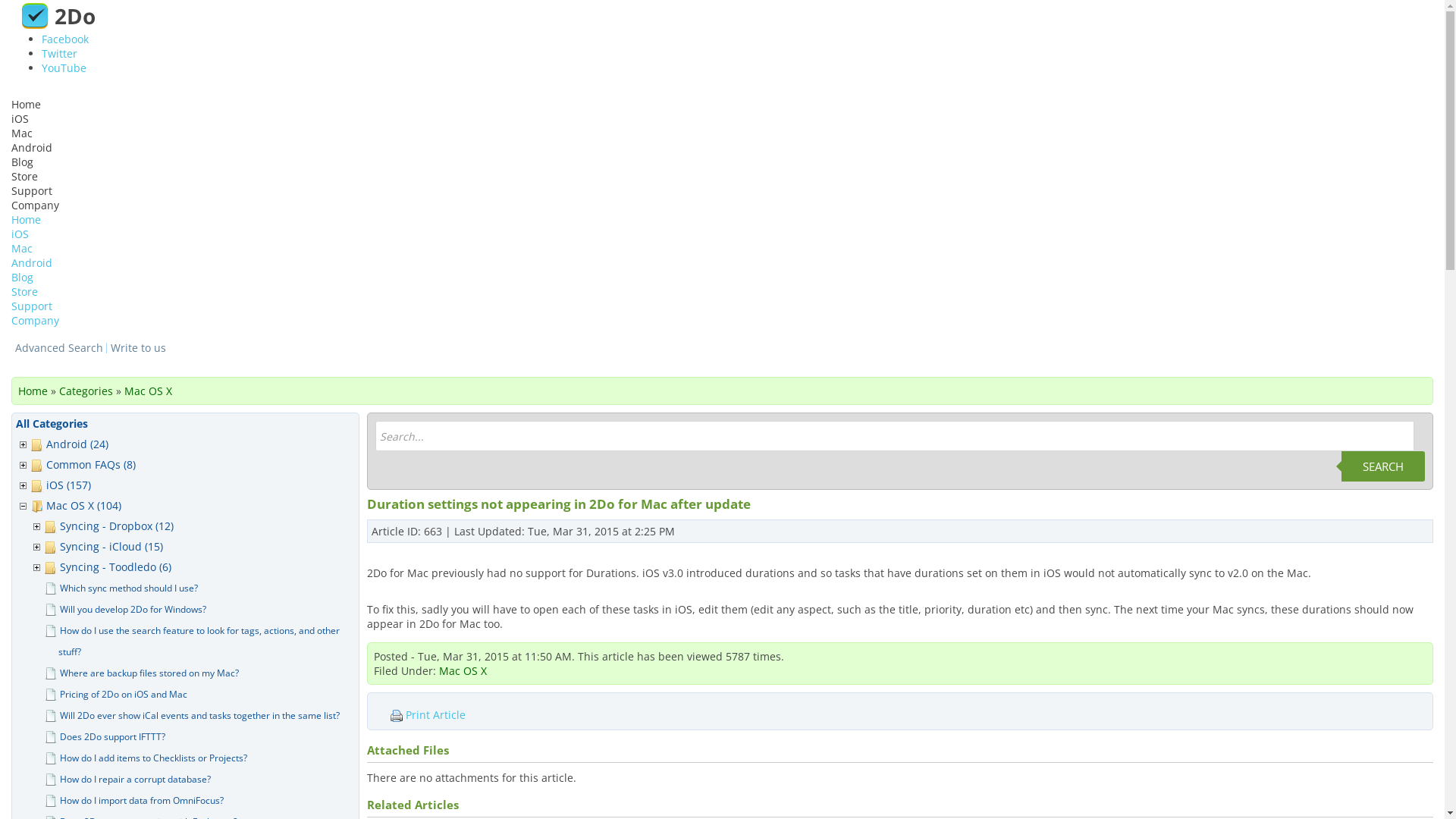  I want to click on 'Common FAQs (8)', so click(44, 463).